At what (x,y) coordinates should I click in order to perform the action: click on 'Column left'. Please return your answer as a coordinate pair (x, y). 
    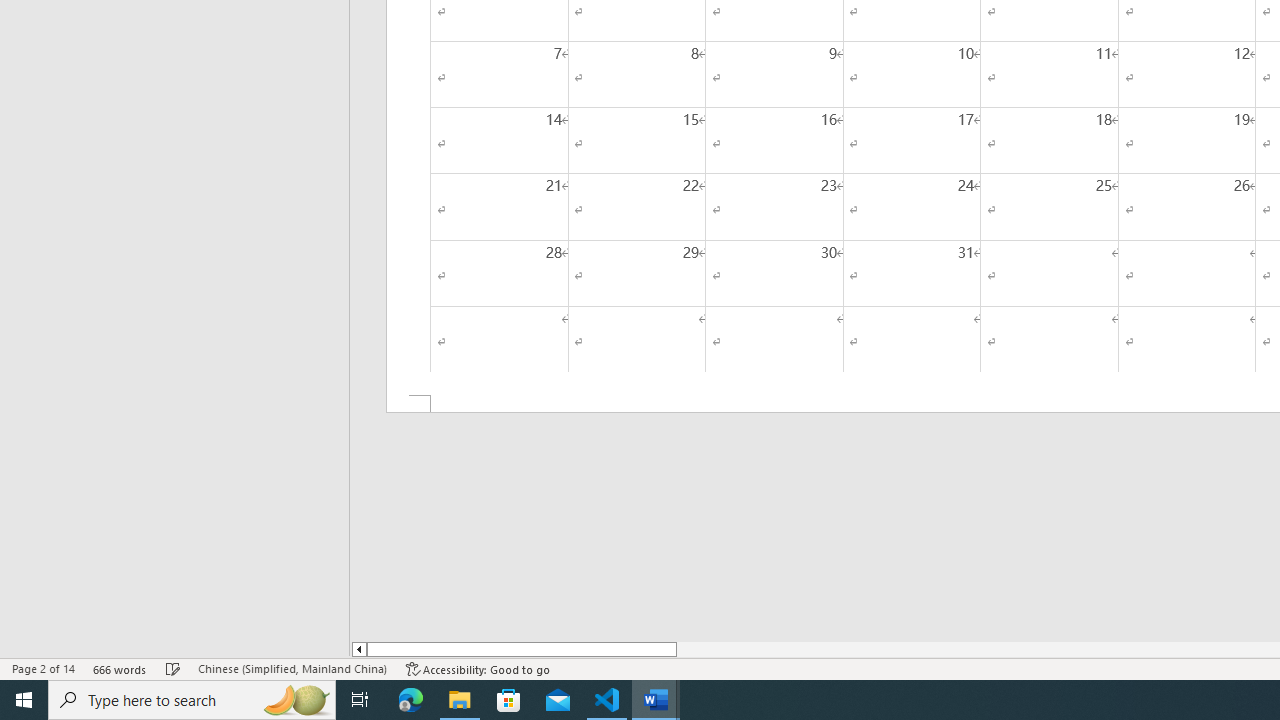
    Looking at the image, I should click on (358, 649).